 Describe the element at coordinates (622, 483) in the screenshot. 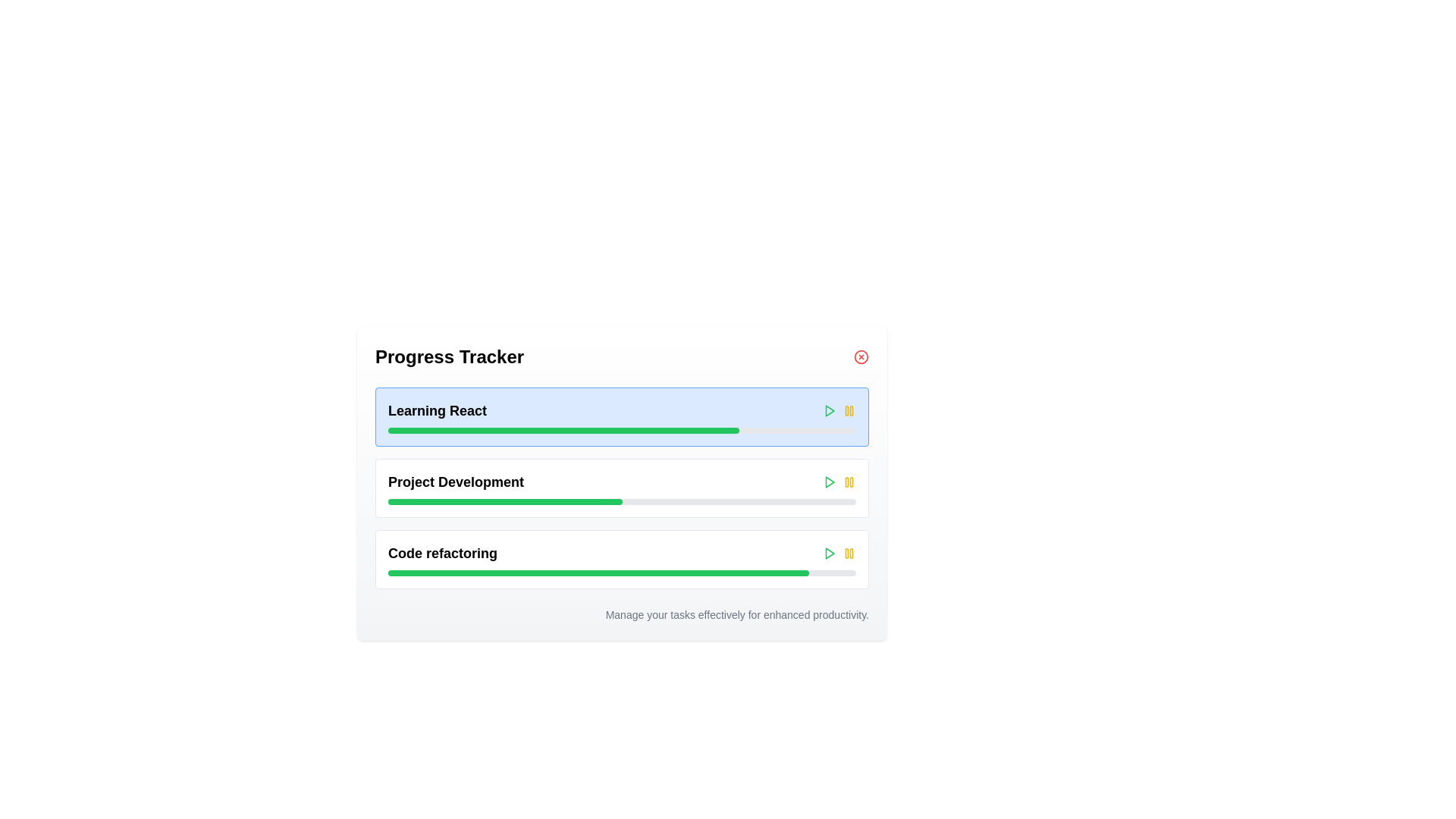

I see `the second progress bar in the progress tracker interface` at that location.